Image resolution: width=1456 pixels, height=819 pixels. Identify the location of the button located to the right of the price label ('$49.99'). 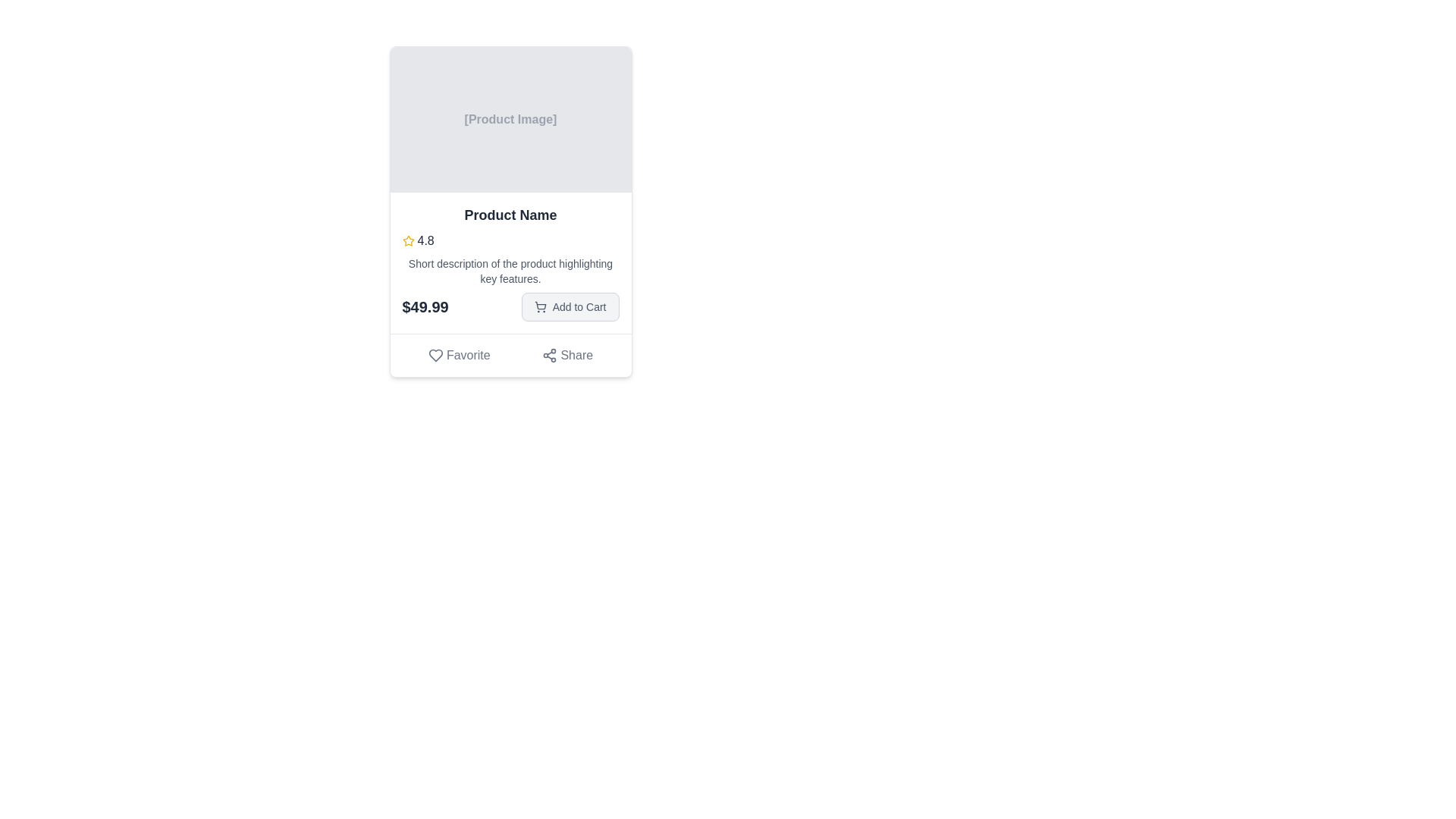
(570, 307).